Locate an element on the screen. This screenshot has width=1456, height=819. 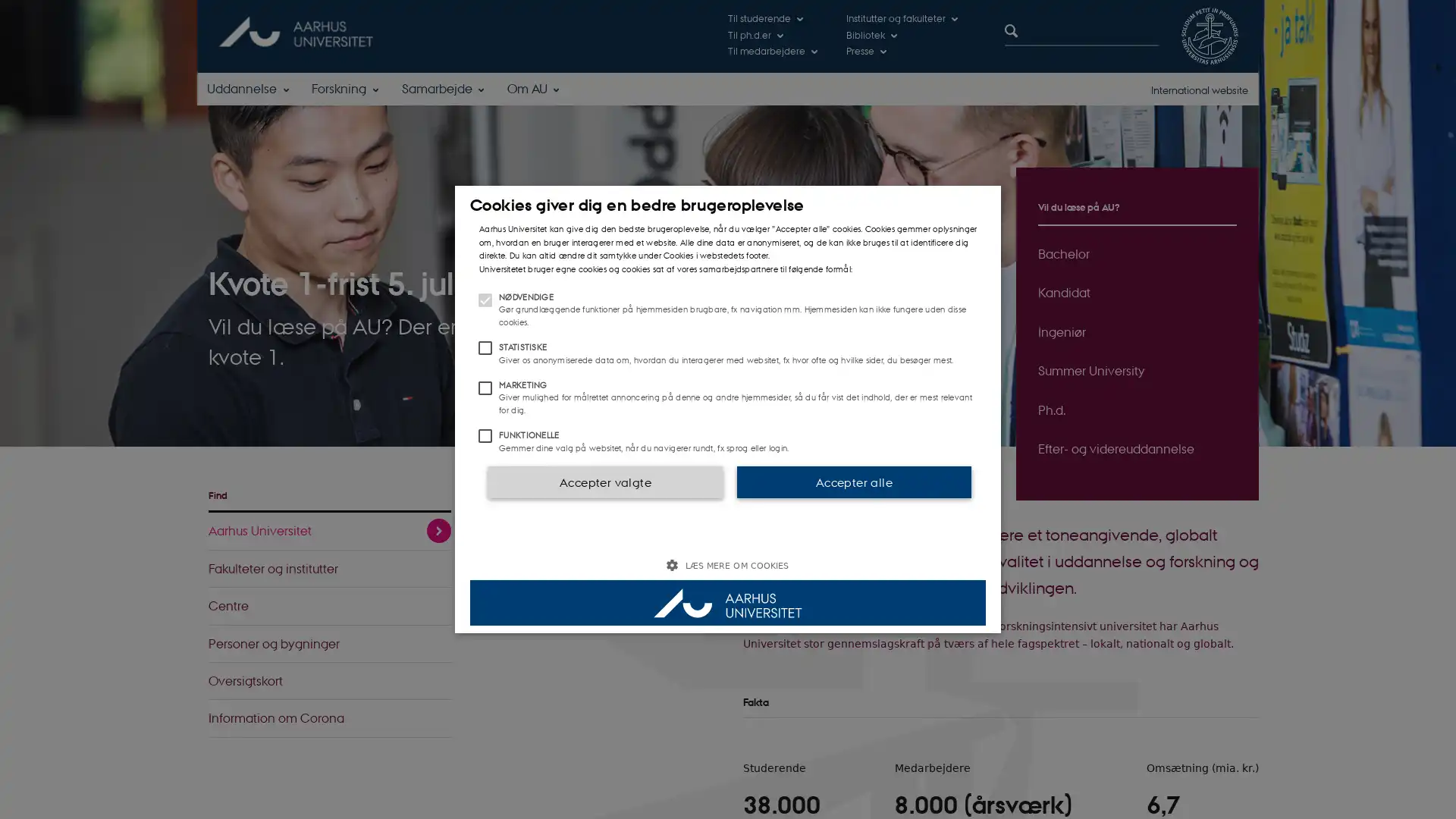
Cookies giver dig en bedre brugeroplevelse Aarhus Universitet kan give dig den bedste brugeroplevelse, nar du vlger Accepter alle cookies. Cookies gemmer oplysninger om, hvordan en bruger interagerer med et website. Alle dine data er anonymiseret, og de kan ikke bruges til at identificere dig direkte. Du kan altid ndre dit samtykke under Cookies i webstedets footer. Universitetet bruger egne cookies og cookies sat af vores samarbejdspartnere til flgende formal: NDVENDIGE Gr grundlggende funktioner pa hjemmesiden brugbare, fx navigation mm. Hjemmesiden kan ikke fungere uden disse cookies. STATISTISKE Giver os anonymiserede data om, hvordan du interagerer med websitet, fx hvor ofte og hvilke sider, du besger mest. MARKETING Giver mulighed for malrettet annoncering pa denne og andre hjemmesider, sa du far vist det indhold, der er mest relevant for dig. FUNKTIONELLE Gemmer dine valg pa websitet, nar du navigerer rundt, fx sprog eller login. Accepter alle Accepter valgte LS MERE OM COOKIES LISTE OVER COOKIES COOKIEPOLITIK Ndvendige Statistiske Marketing Funktionelle Ndvendige cookies hjlper med at gre hjemmesiden brugbar ved at aktivere nogle grundlggende funktioner som navigation mm. Hjemmesiden kan ikke fungerer uden disse cookies. Disse cookies hjlper Aarhus Universitet med at forsta, hvordan du interagerer med websitet. Vi bruger denne information til at forbedre vores website. Alle informationer indhentes anonymt. Disse cookies hjlper Aarhus Universitet med at malrette annoncering og vise det indhold, der er mest relevant for dig. Disse cookies gemmer dine valg pa websitet, fx valg af sprog eller login. is located at coordinates (728, 409).